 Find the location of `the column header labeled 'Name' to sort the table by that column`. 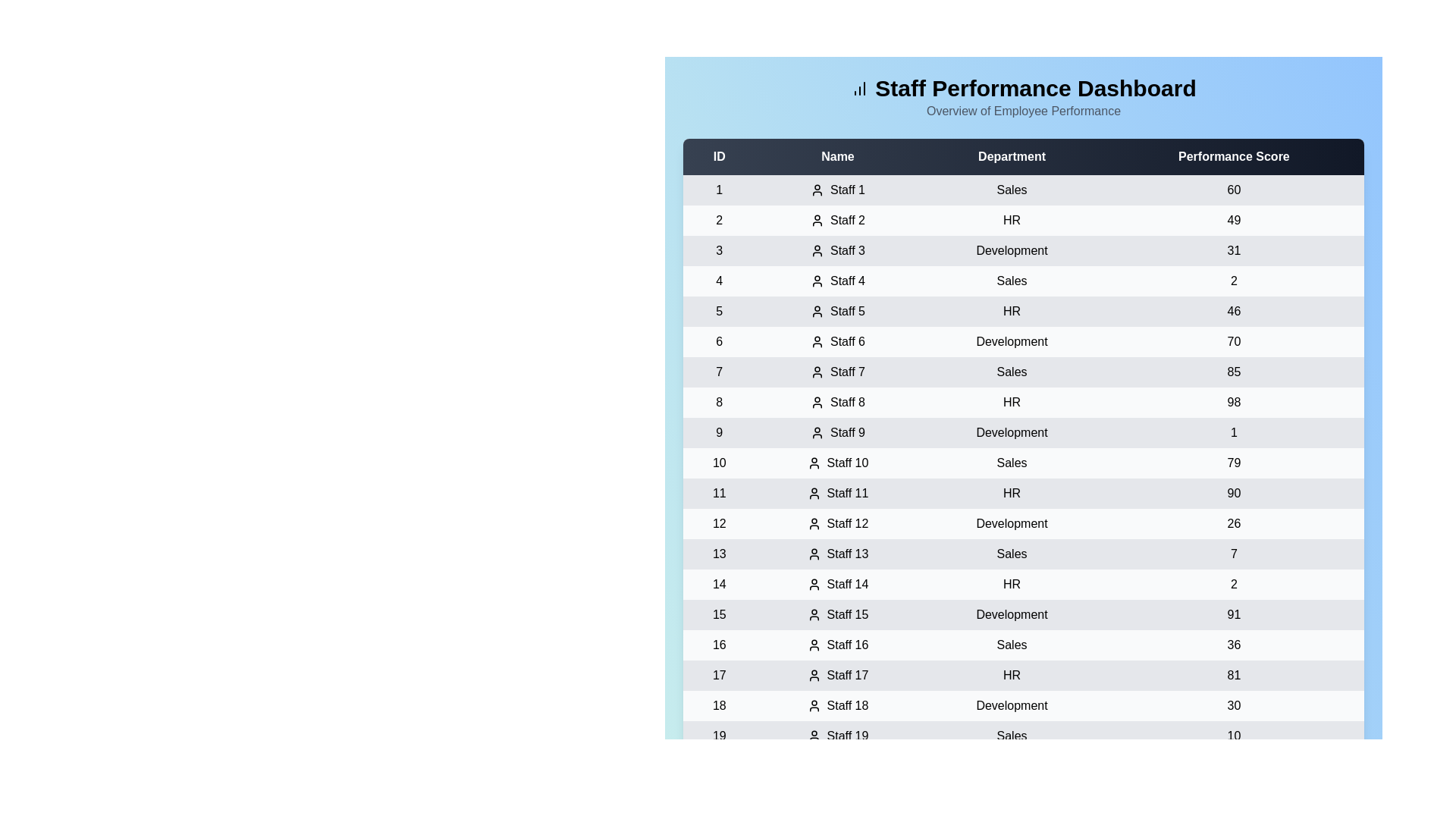

the column header labeled 'Name' to sort the table by that column is located at coordinates (836, 157).